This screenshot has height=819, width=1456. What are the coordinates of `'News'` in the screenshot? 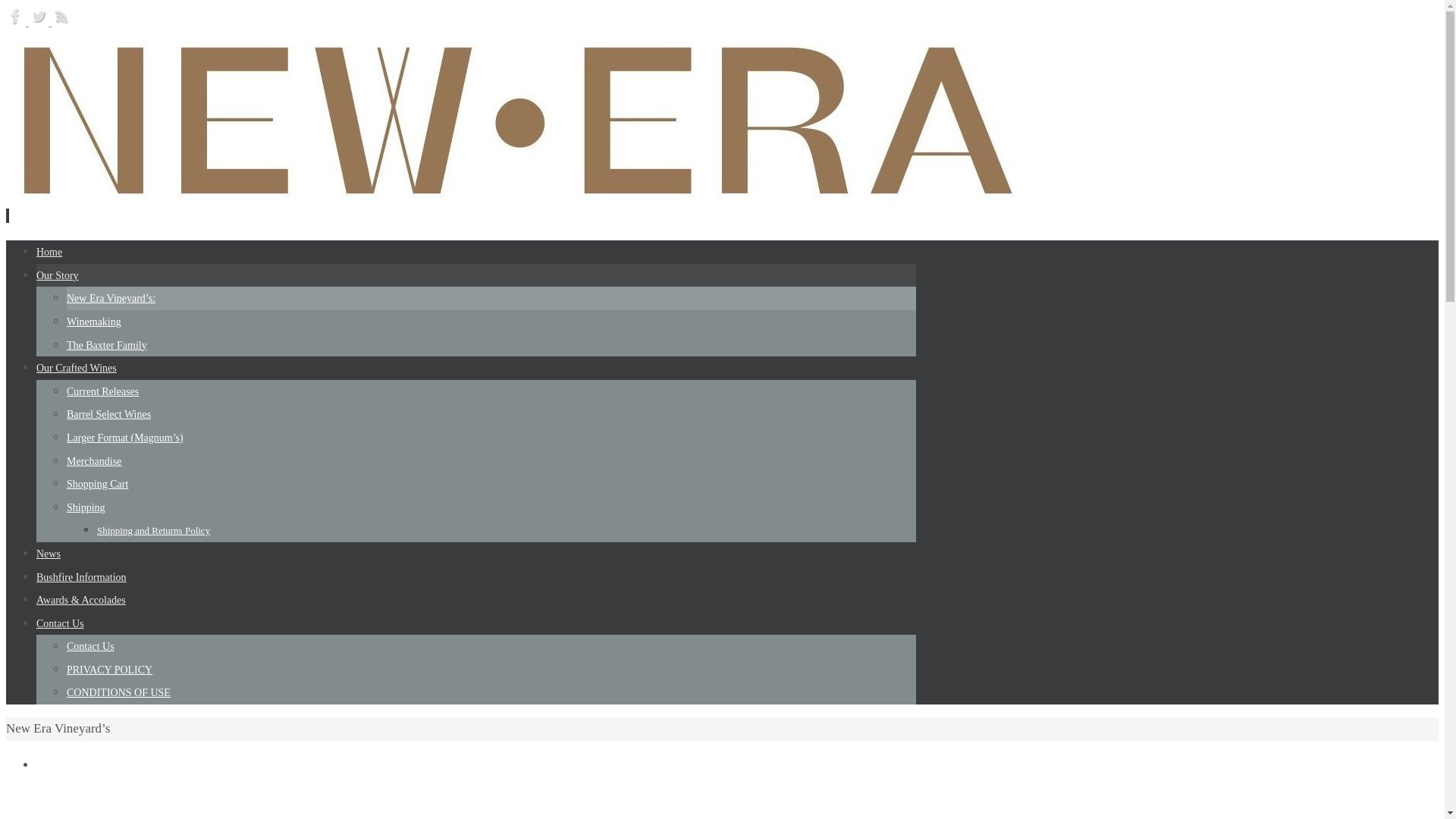 It's located at (36, 554).